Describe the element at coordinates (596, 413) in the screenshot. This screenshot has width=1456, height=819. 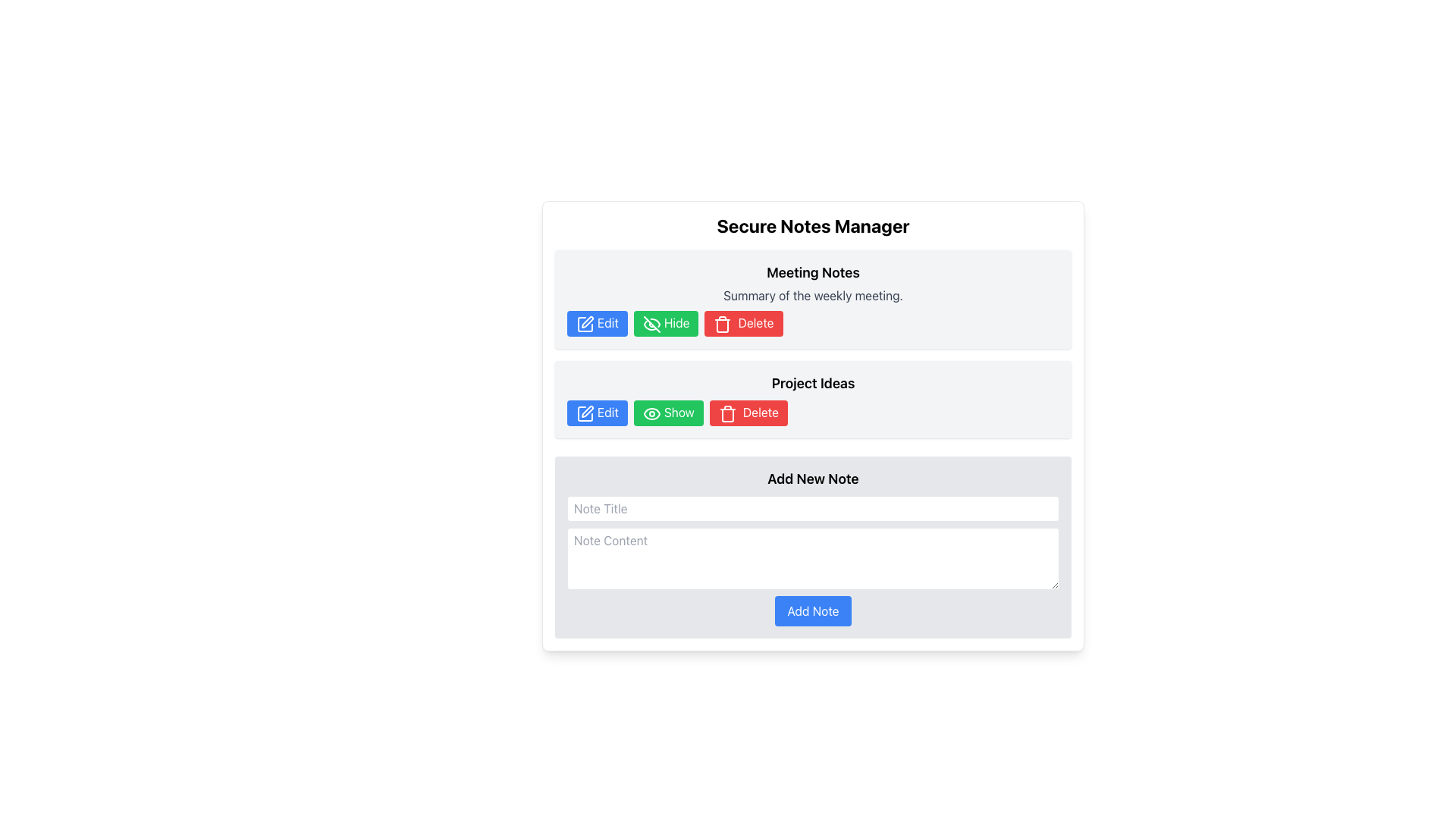
I see `the first button in the 'Project Ideas' section` at that location.